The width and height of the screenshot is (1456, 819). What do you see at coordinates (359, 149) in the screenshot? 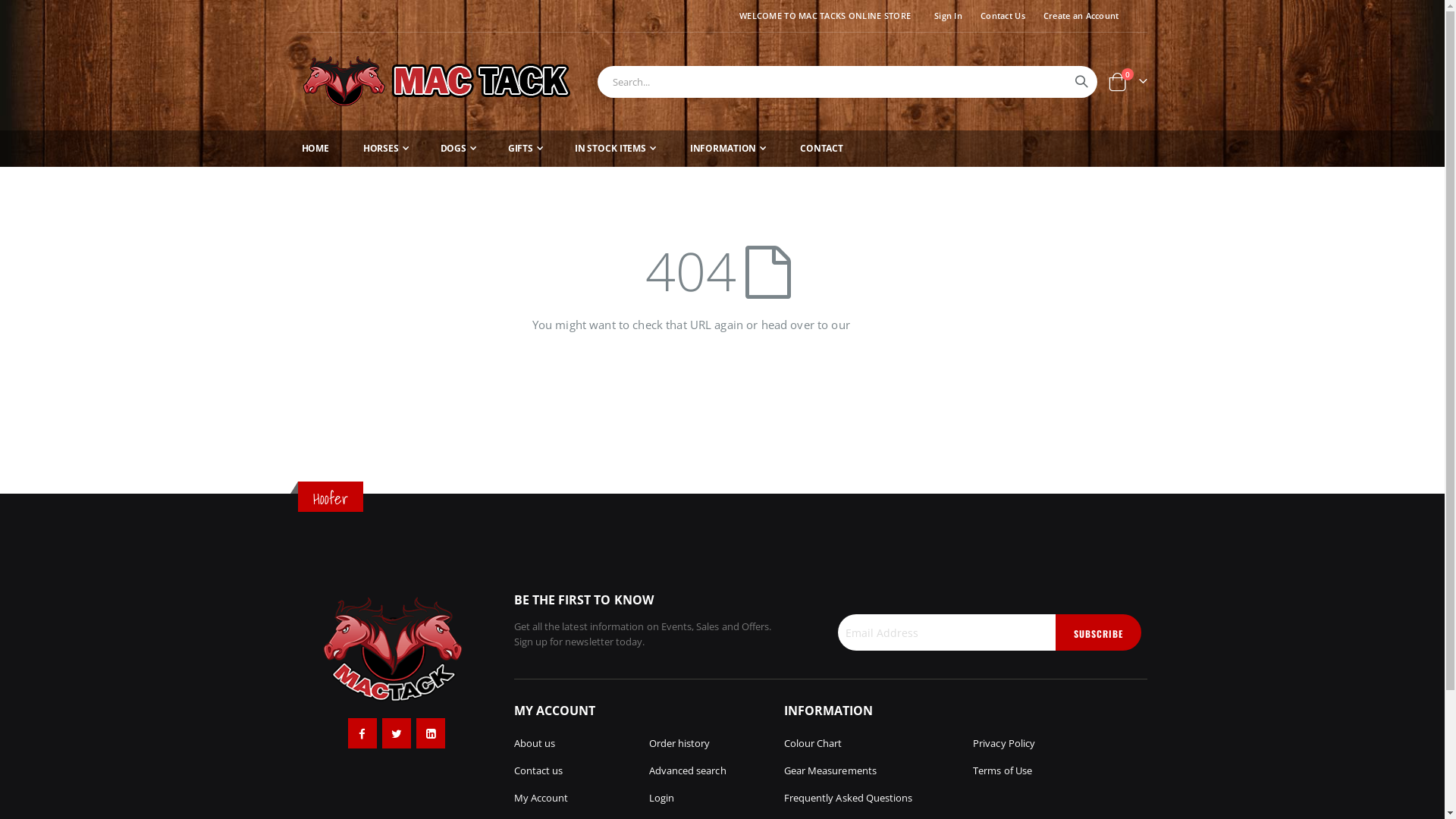
I see `'HORSES'` at bounding box center [359, 149].